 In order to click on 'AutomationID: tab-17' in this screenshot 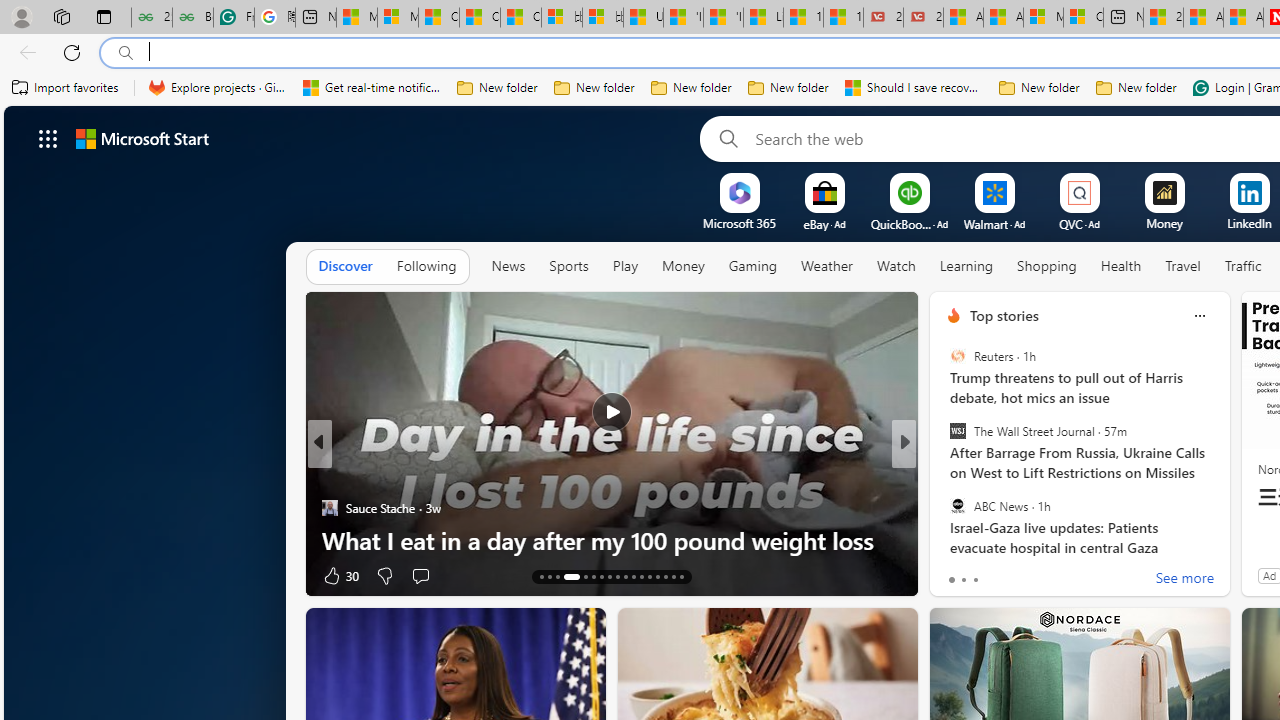, I will do `click(584, 577)`.